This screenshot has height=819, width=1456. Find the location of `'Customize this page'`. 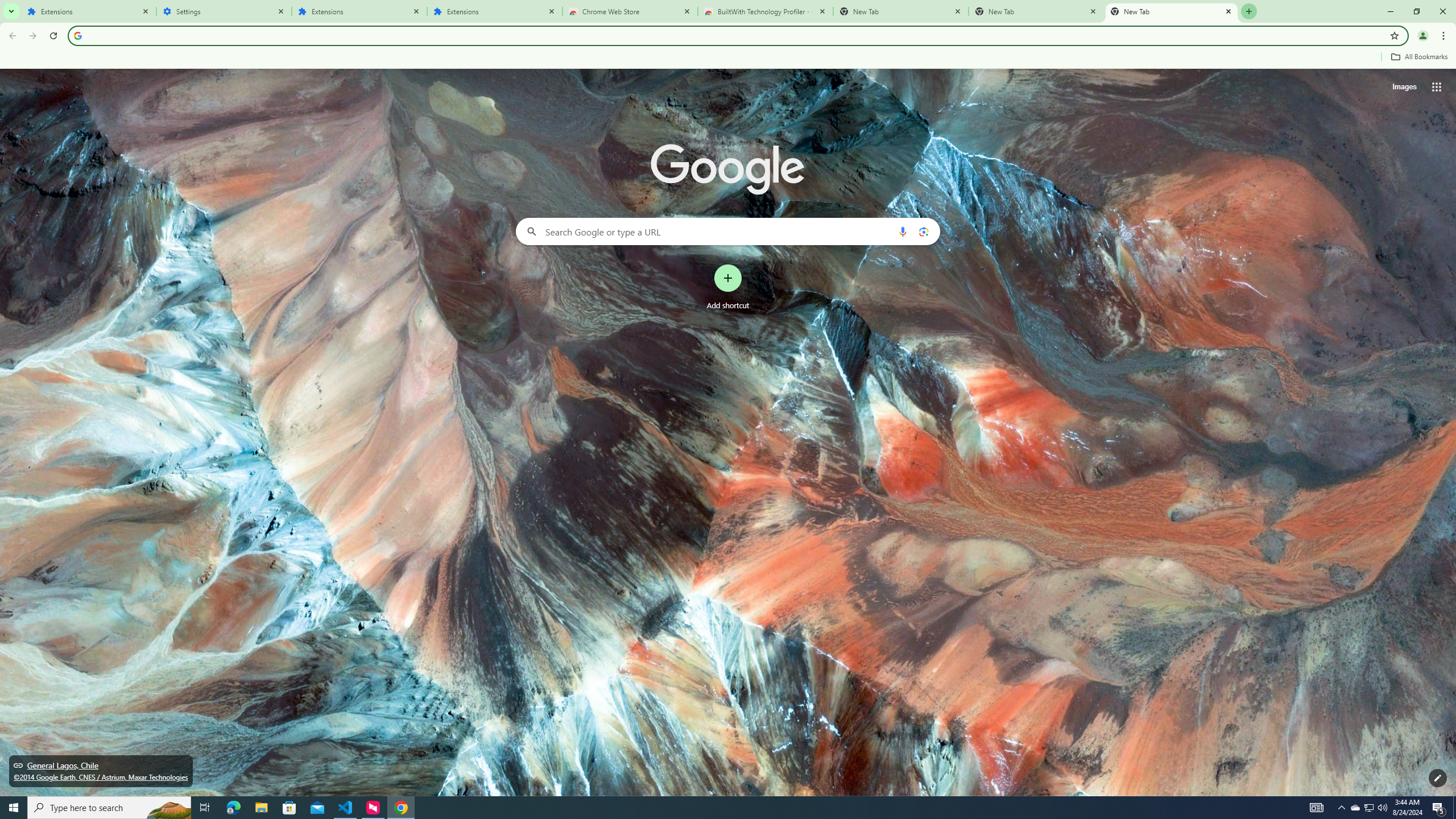

'Customize this page' is located at coordinates (1437, 777).